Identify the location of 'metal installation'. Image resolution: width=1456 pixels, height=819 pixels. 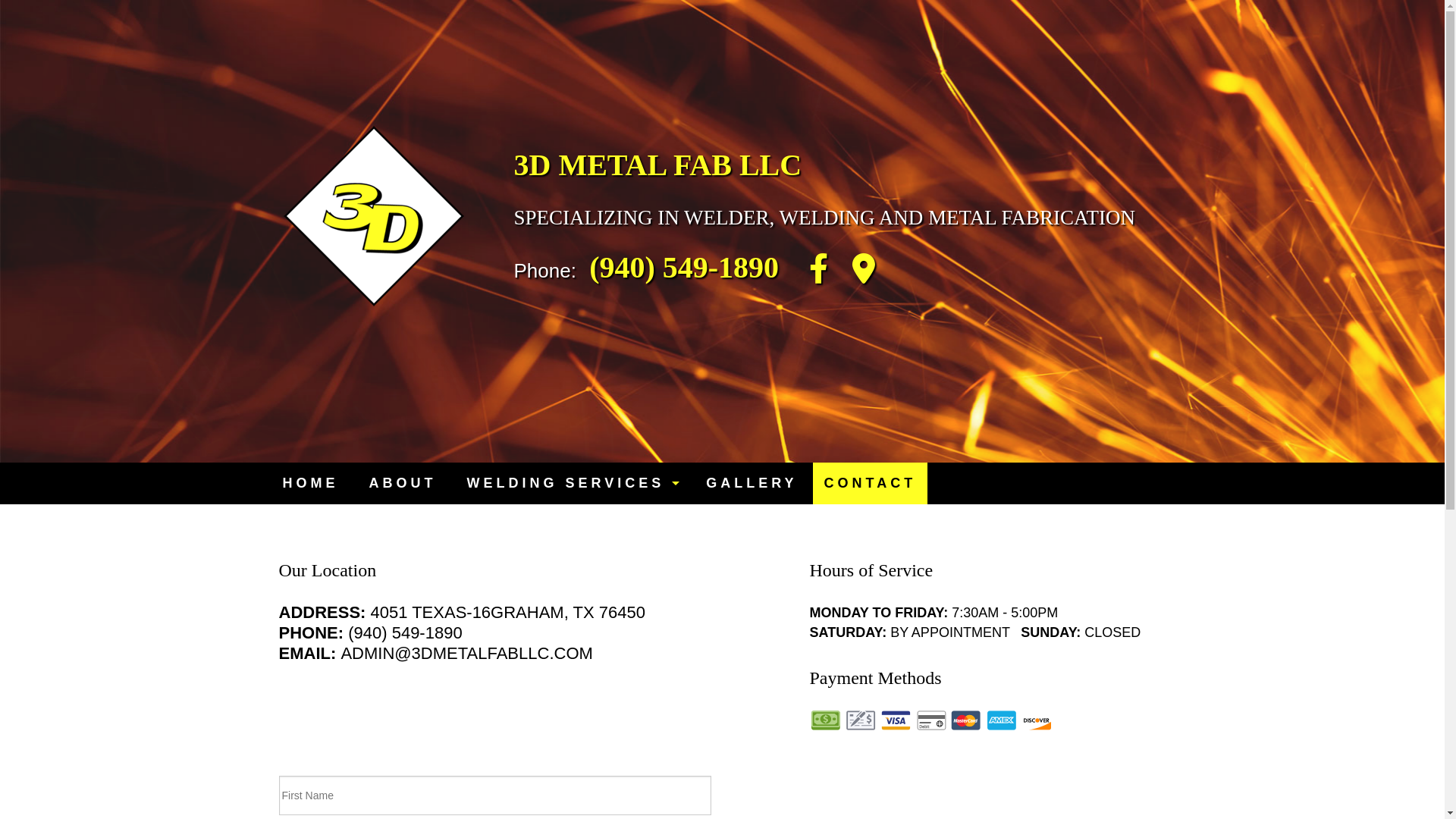
(450, 670).